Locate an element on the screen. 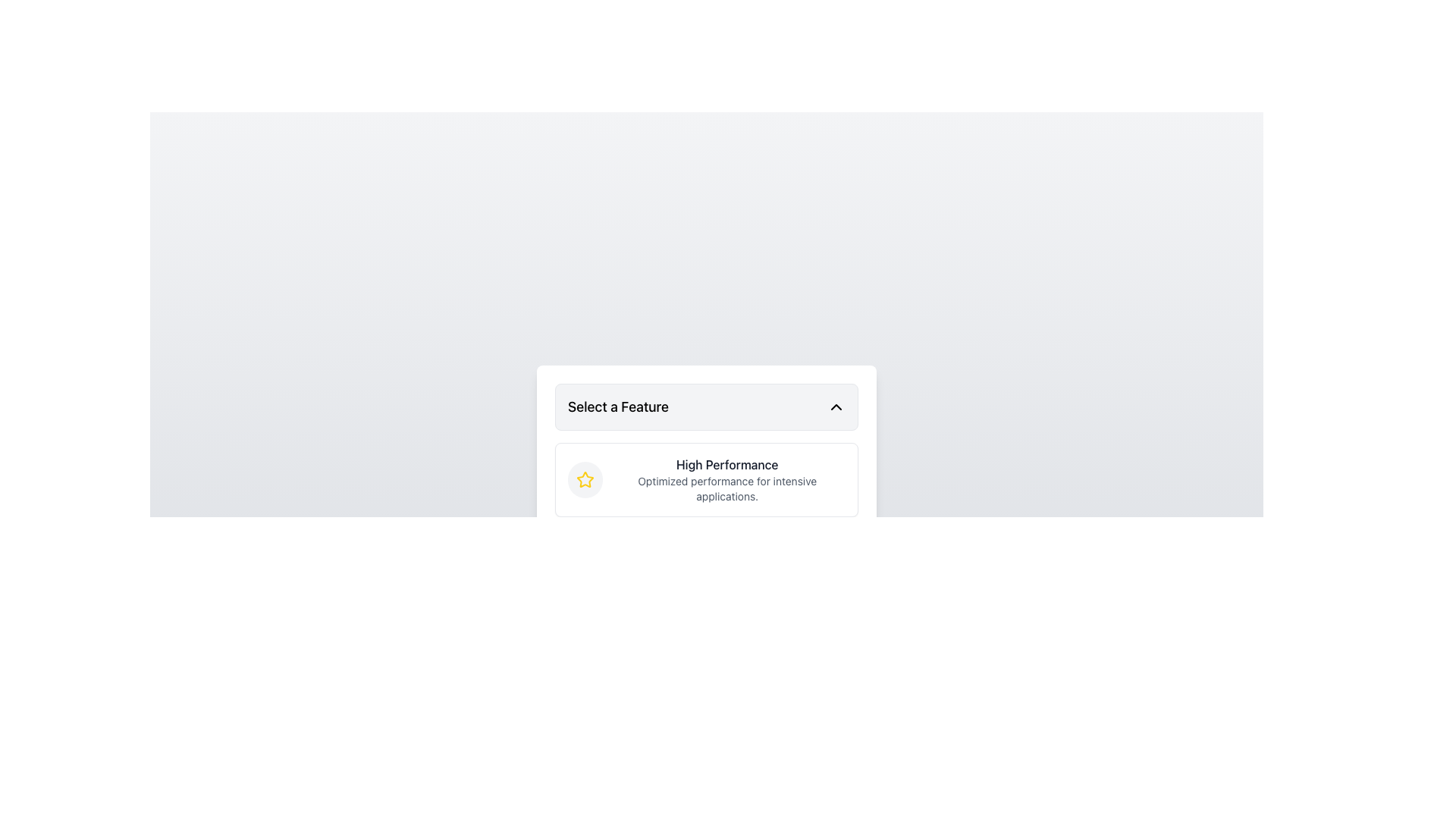 The image size is (1456, 819). the circular Iconic button with a light gray background and a yellow star icon, located to the left of the text 'High Performance' and 'Optimized performance for intensive applications.' is located at coordinates (585, 479).